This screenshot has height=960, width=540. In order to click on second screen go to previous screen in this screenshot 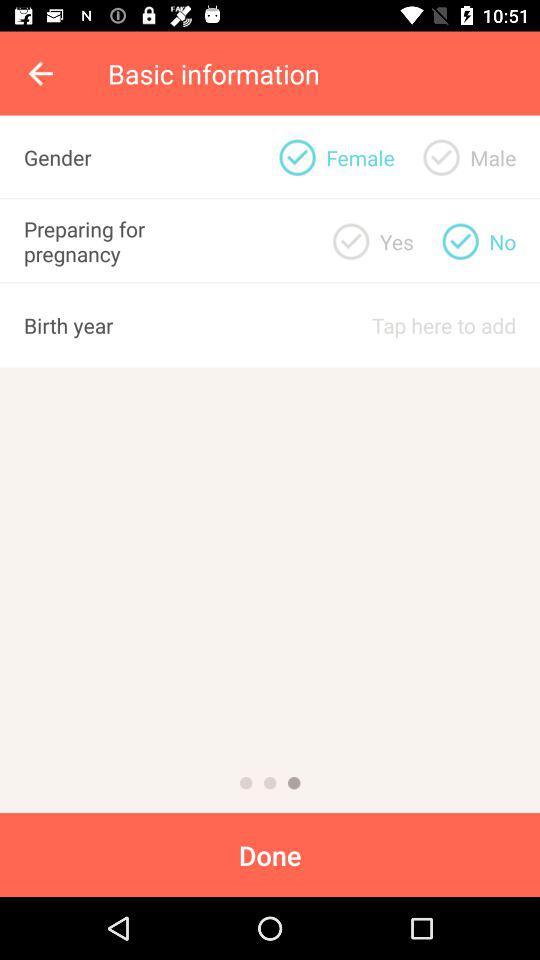, I will do `click(270, 783)`.